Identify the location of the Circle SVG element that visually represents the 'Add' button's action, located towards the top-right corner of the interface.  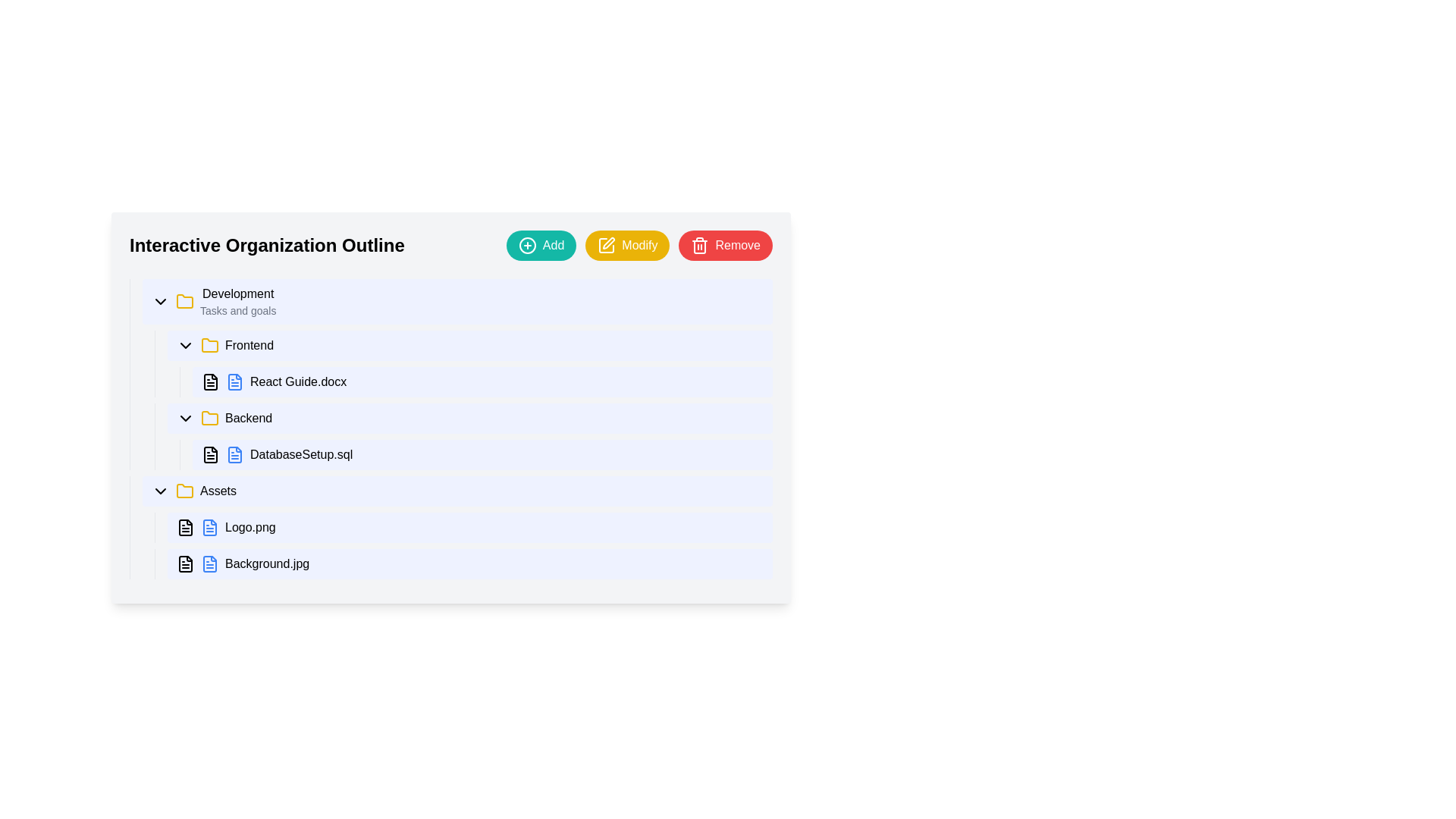
(527, 245).